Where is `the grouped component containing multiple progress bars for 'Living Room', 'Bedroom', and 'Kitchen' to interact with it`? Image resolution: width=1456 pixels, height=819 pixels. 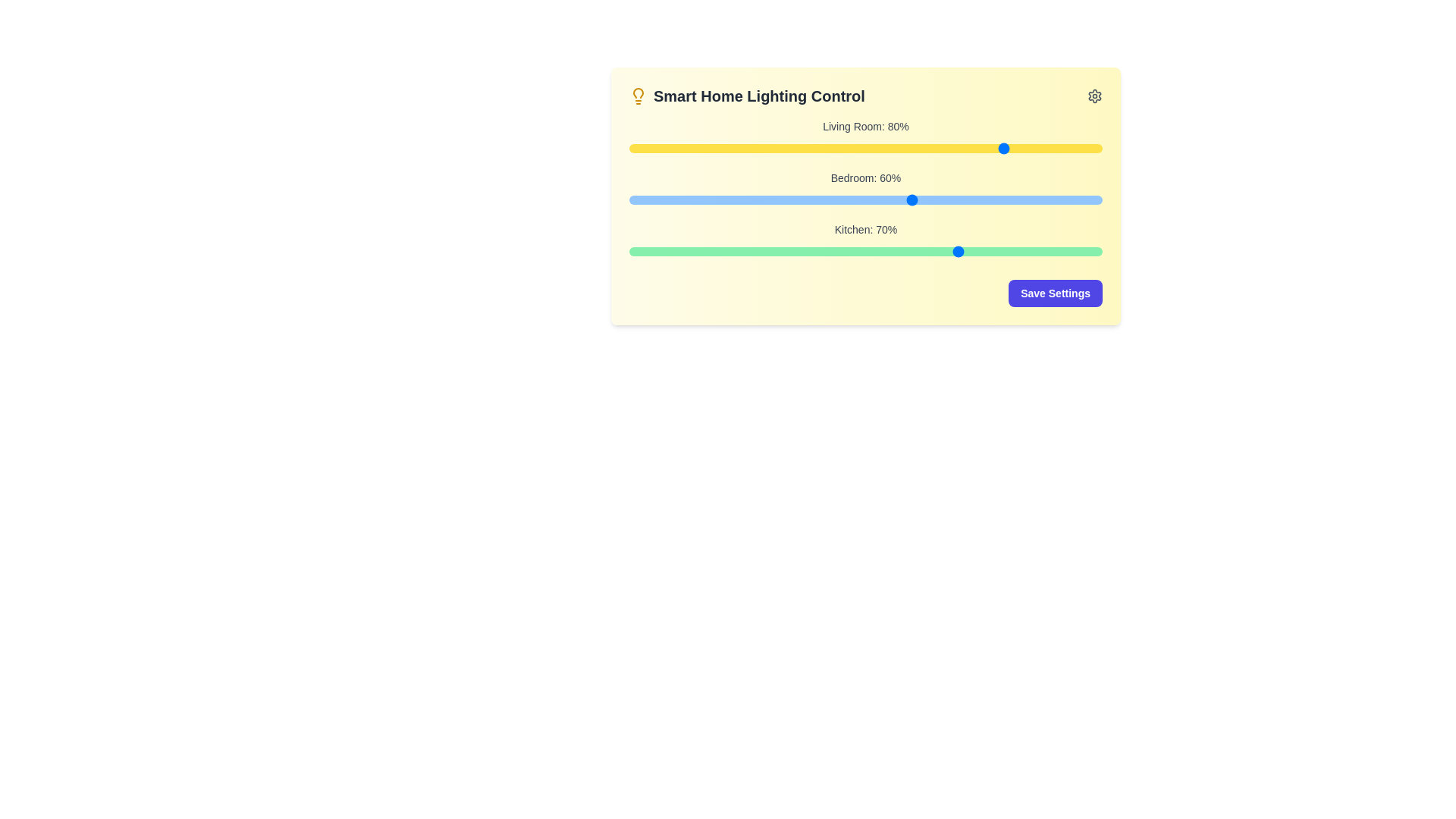 the grouped component containing multiple progress bars for 'Living Room', 'Bedroom', and 'Kitchen' to interact with it is located at coordinates (866, 189).